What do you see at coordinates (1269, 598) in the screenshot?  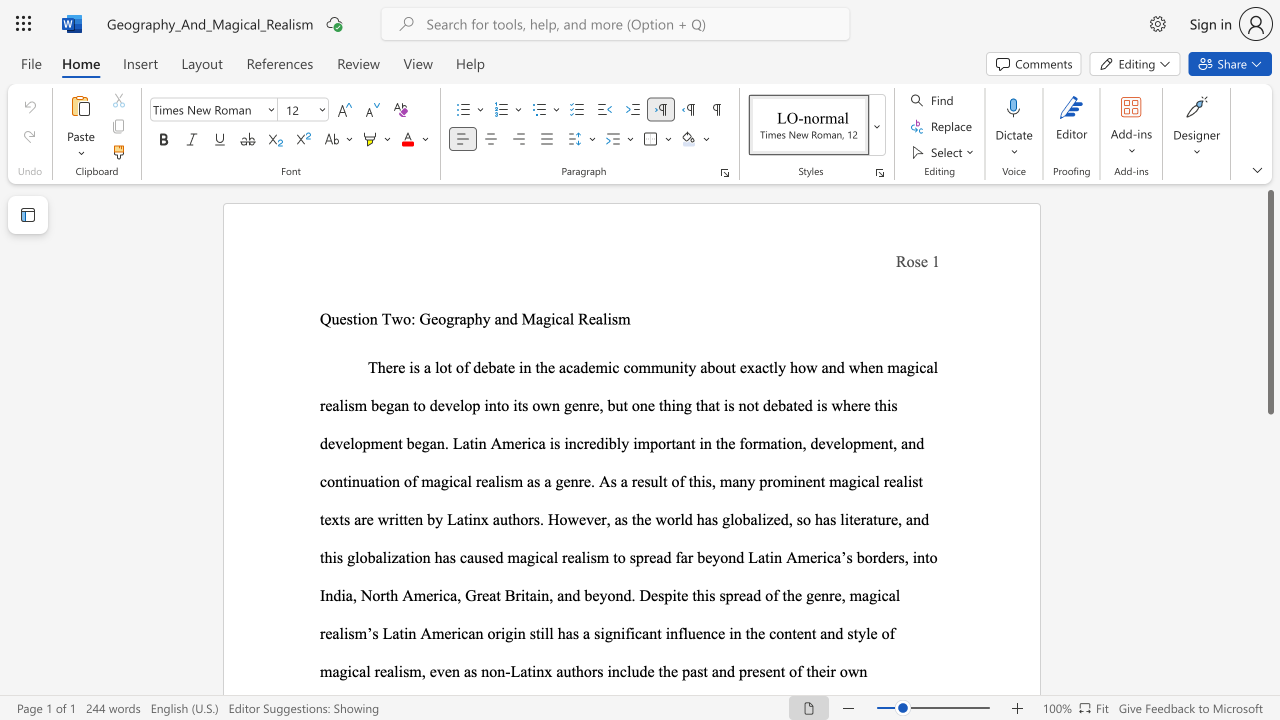 I see `the scrollbar on the side` at bounding box center [1269, 598].